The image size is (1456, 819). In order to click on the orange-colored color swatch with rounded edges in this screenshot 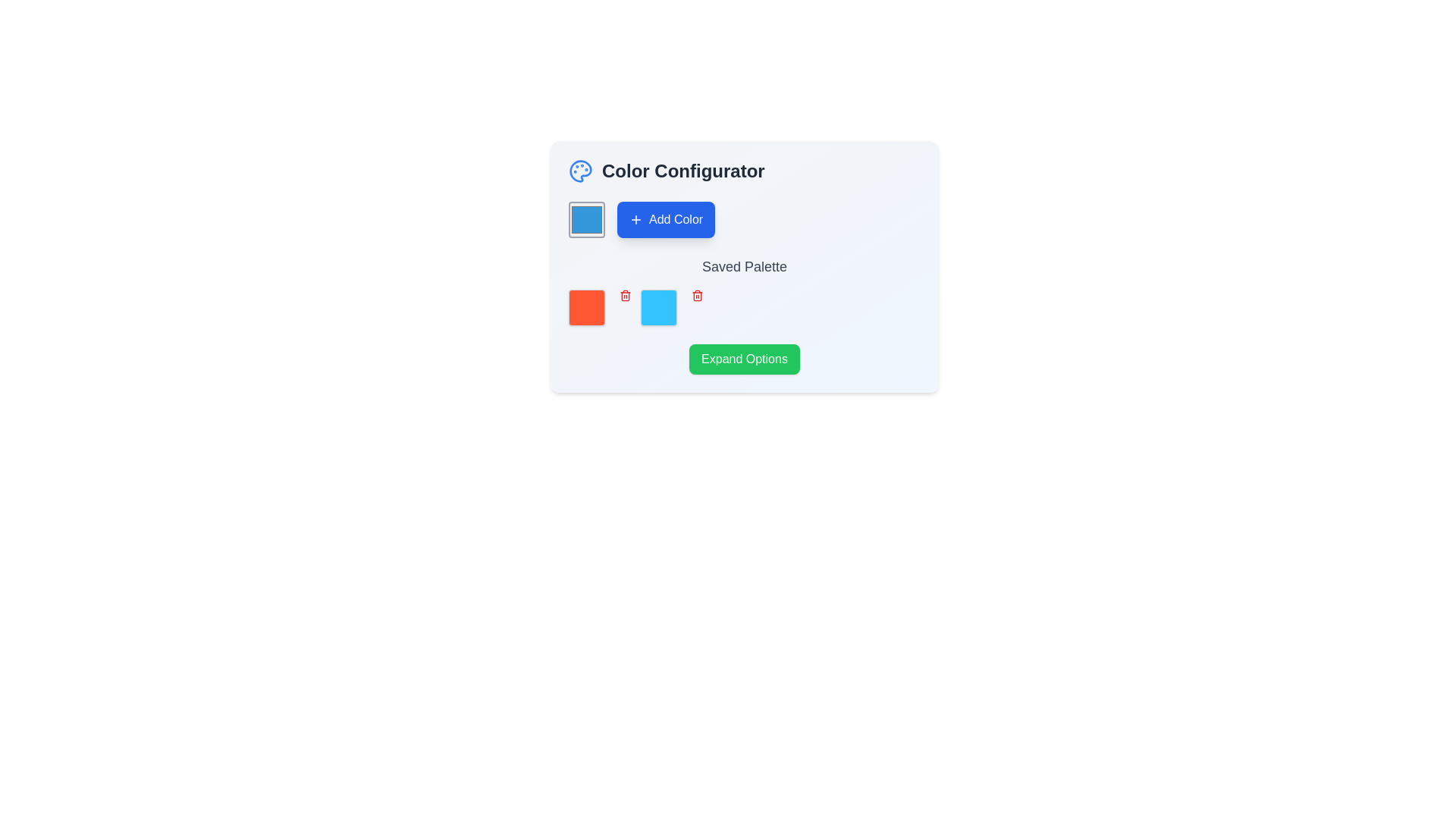, I will do `click(585, 307)`.